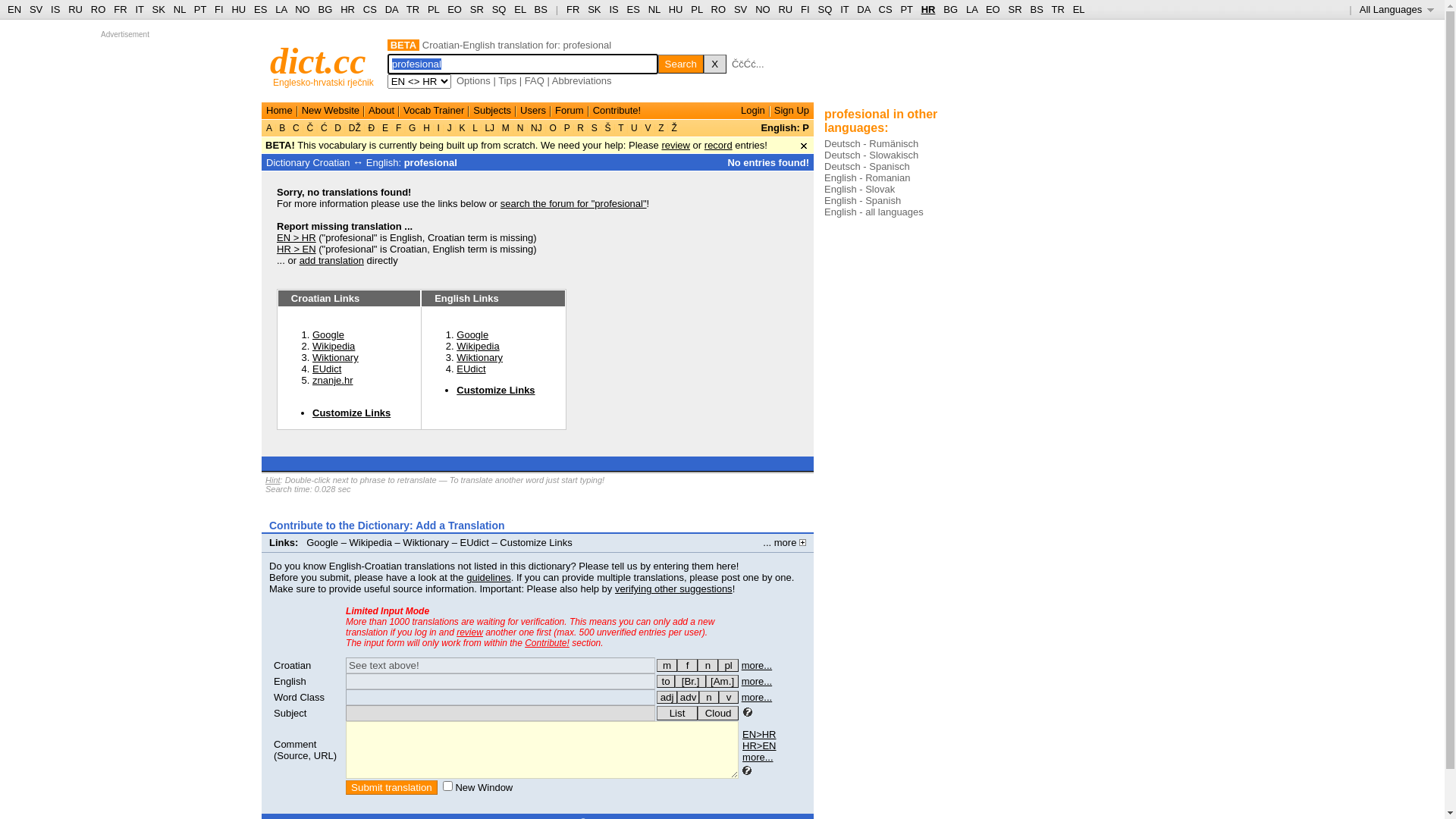 Image resolution: width=1456 pixels, height=819 pixels. I want to click on 'Hint', so click(273, 479).